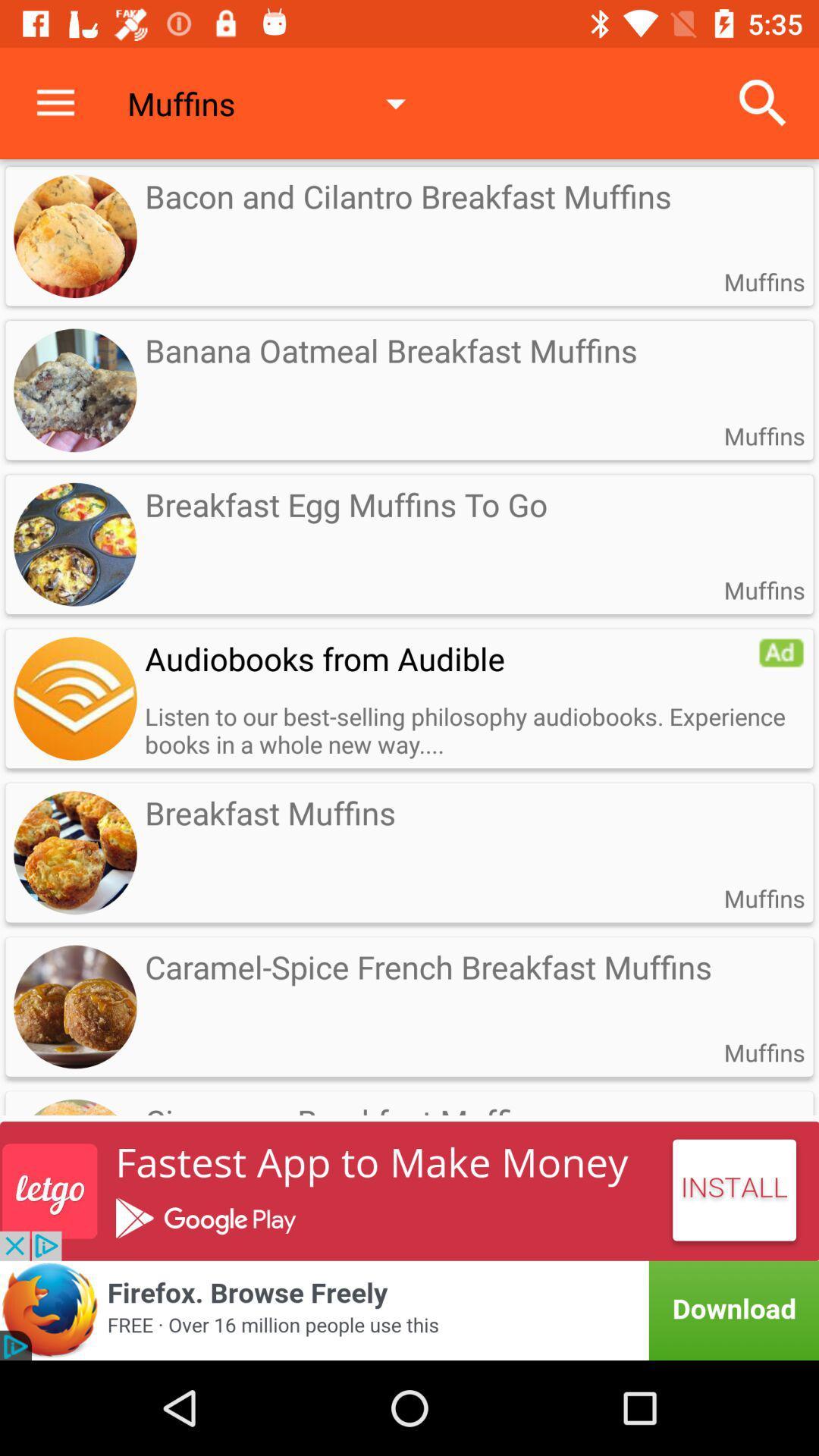  Describe the element at coordinates (75, 698) in the screenshot. I see `the advertisement` at that location.